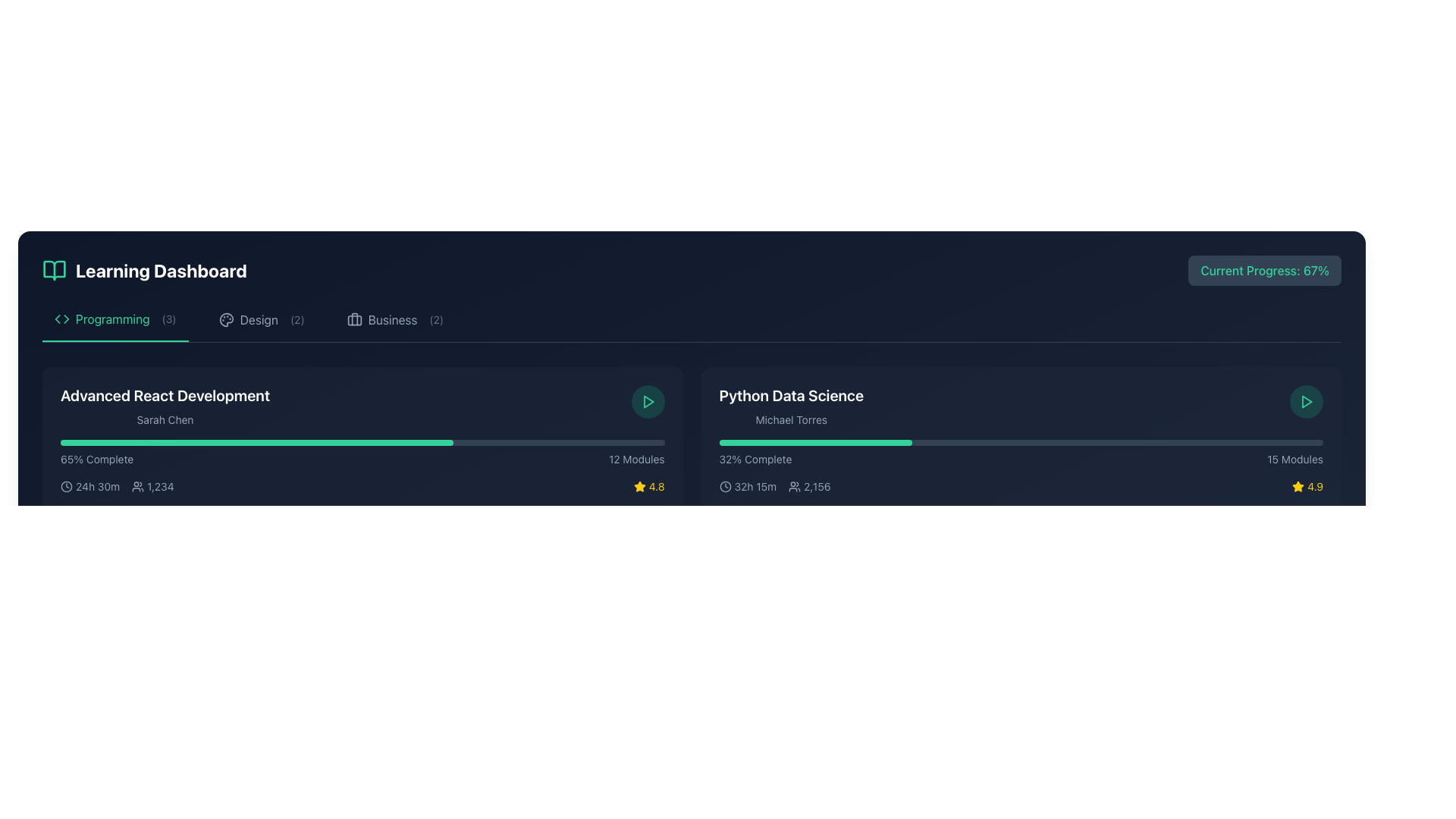 The height and width of the screenshot is (819, 1456). What do you see at coordinates (259, 318) in the screenshot?
I see `the text label displaying the word 'design' in capitalized muted gray color within the horizontal navigation bar` at bounding box center [259, 318].